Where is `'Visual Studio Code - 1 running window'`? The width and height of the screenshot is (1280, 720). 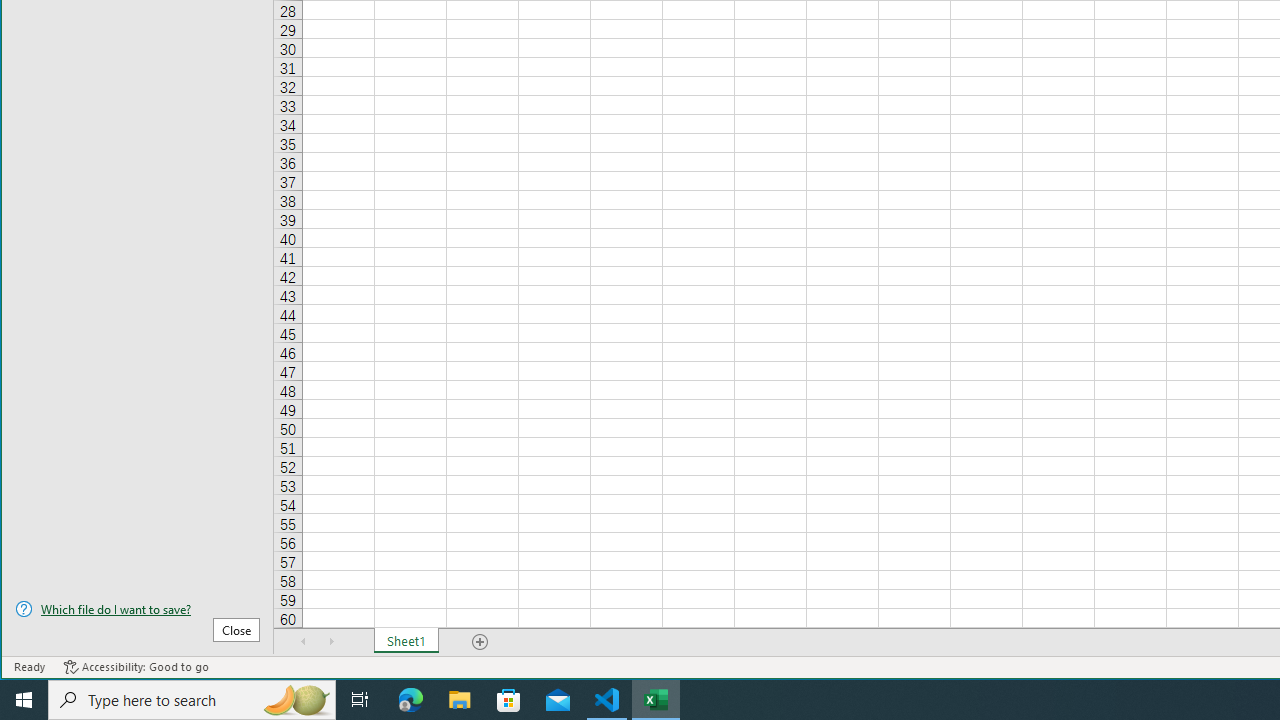
'Visual Studio Code - 1 running window' is located at coordinates (606, 698).